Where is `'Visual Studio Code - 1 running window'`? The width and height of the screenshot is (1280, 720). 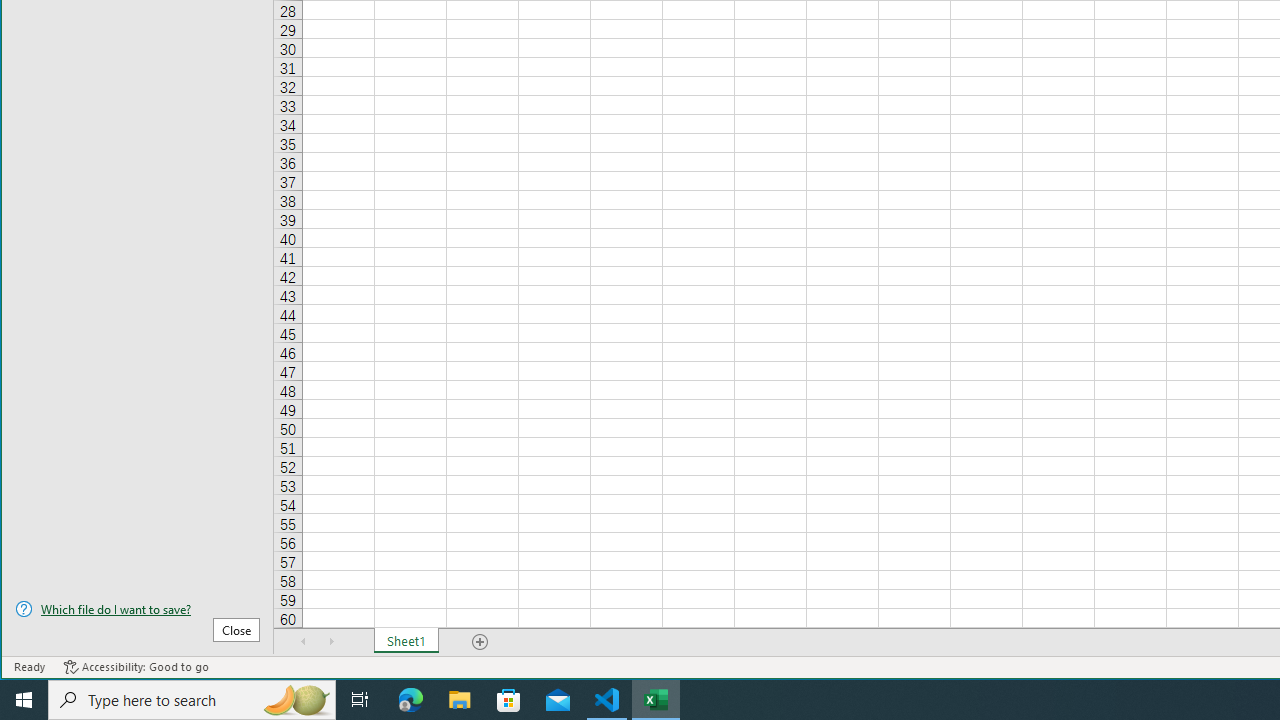
'Visual Studio Code - 1 running window' is located at coordinates (606, 698).